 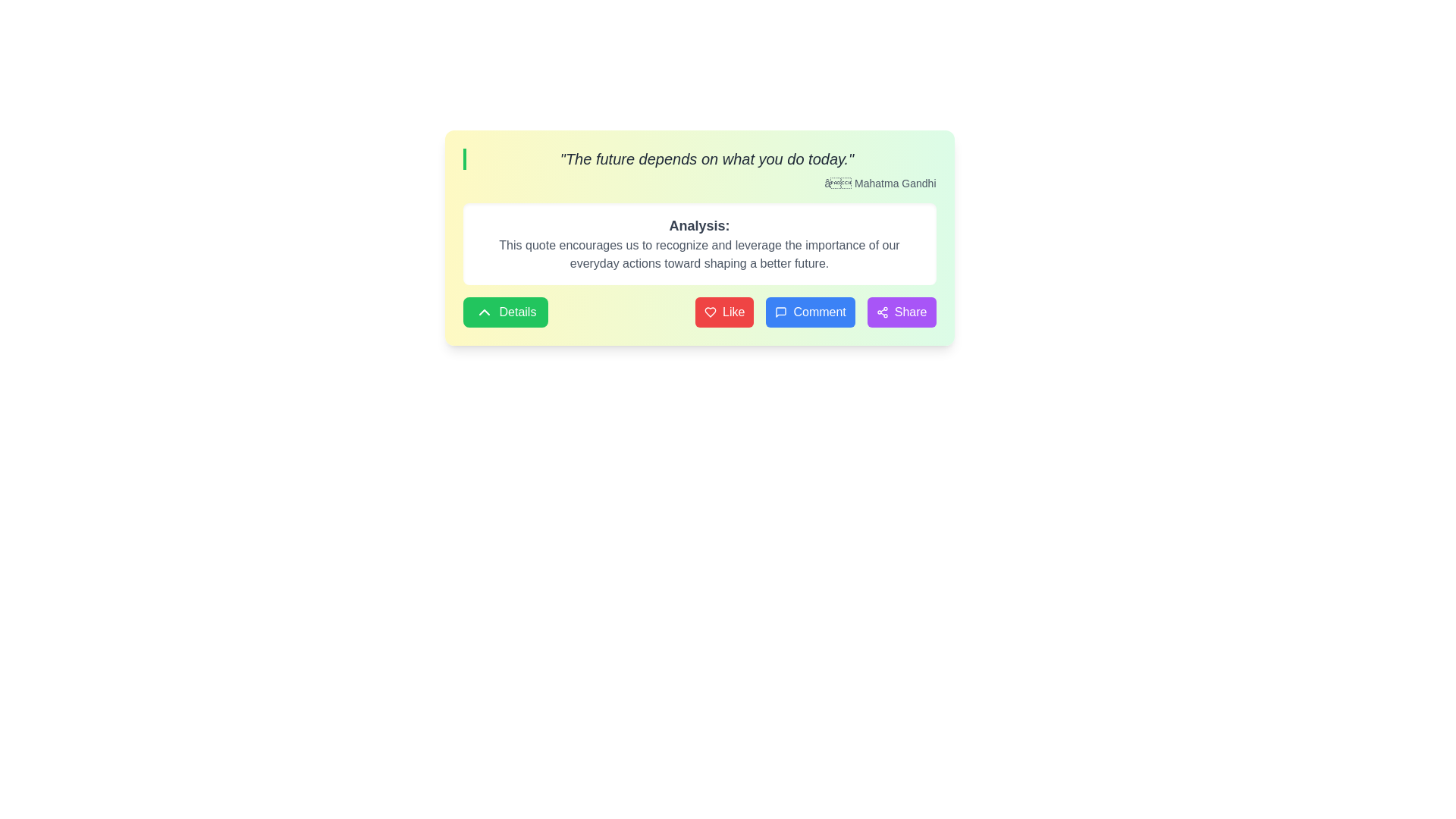 I want to click on the speech bubble icon representing comments, located to the left of the 'Comment' label in the interactive bar beneath the quote and analysis section, so click(x=781, y=312).